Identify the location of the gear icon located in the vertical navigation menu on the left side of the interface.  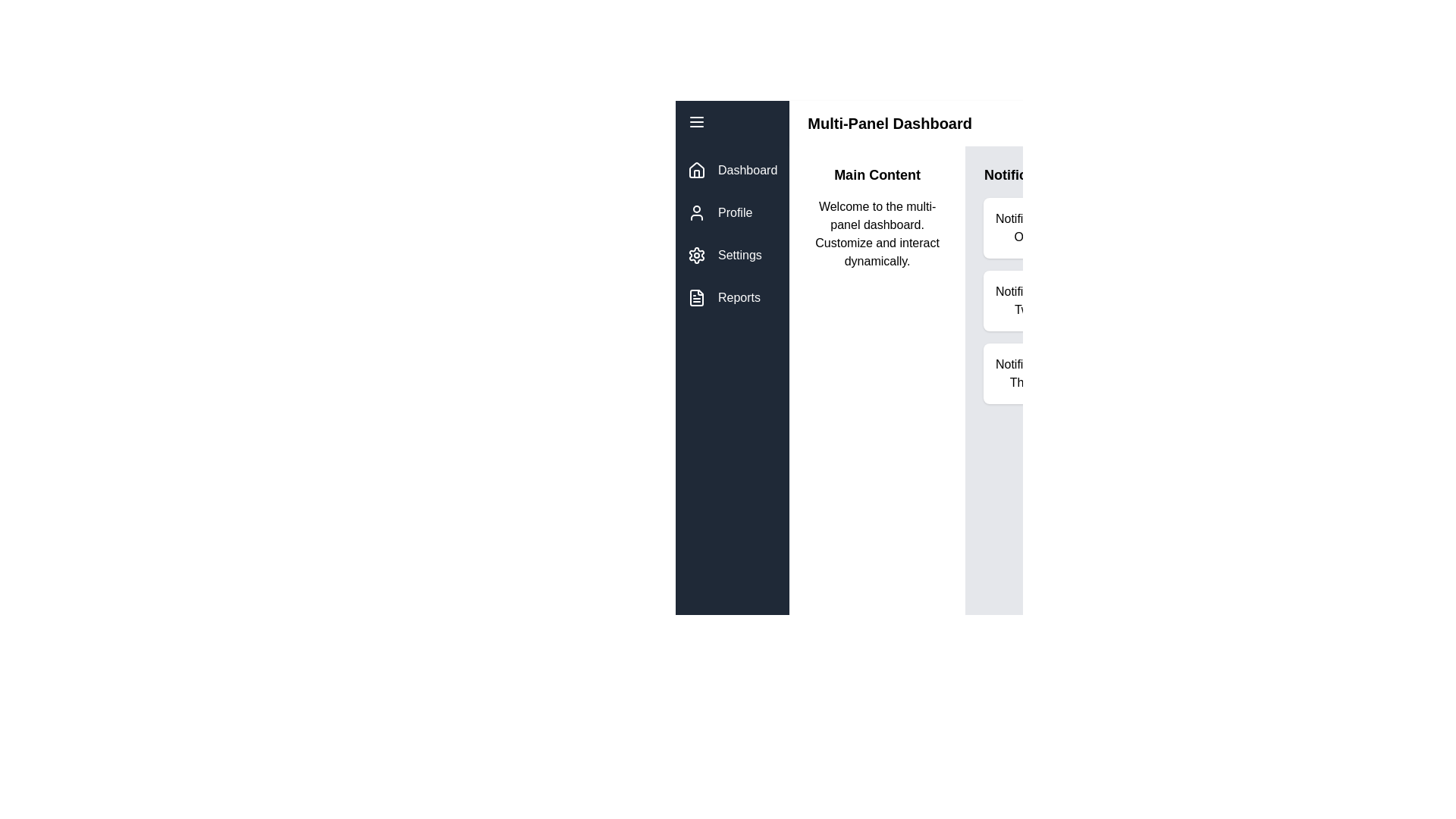
(695, 254).